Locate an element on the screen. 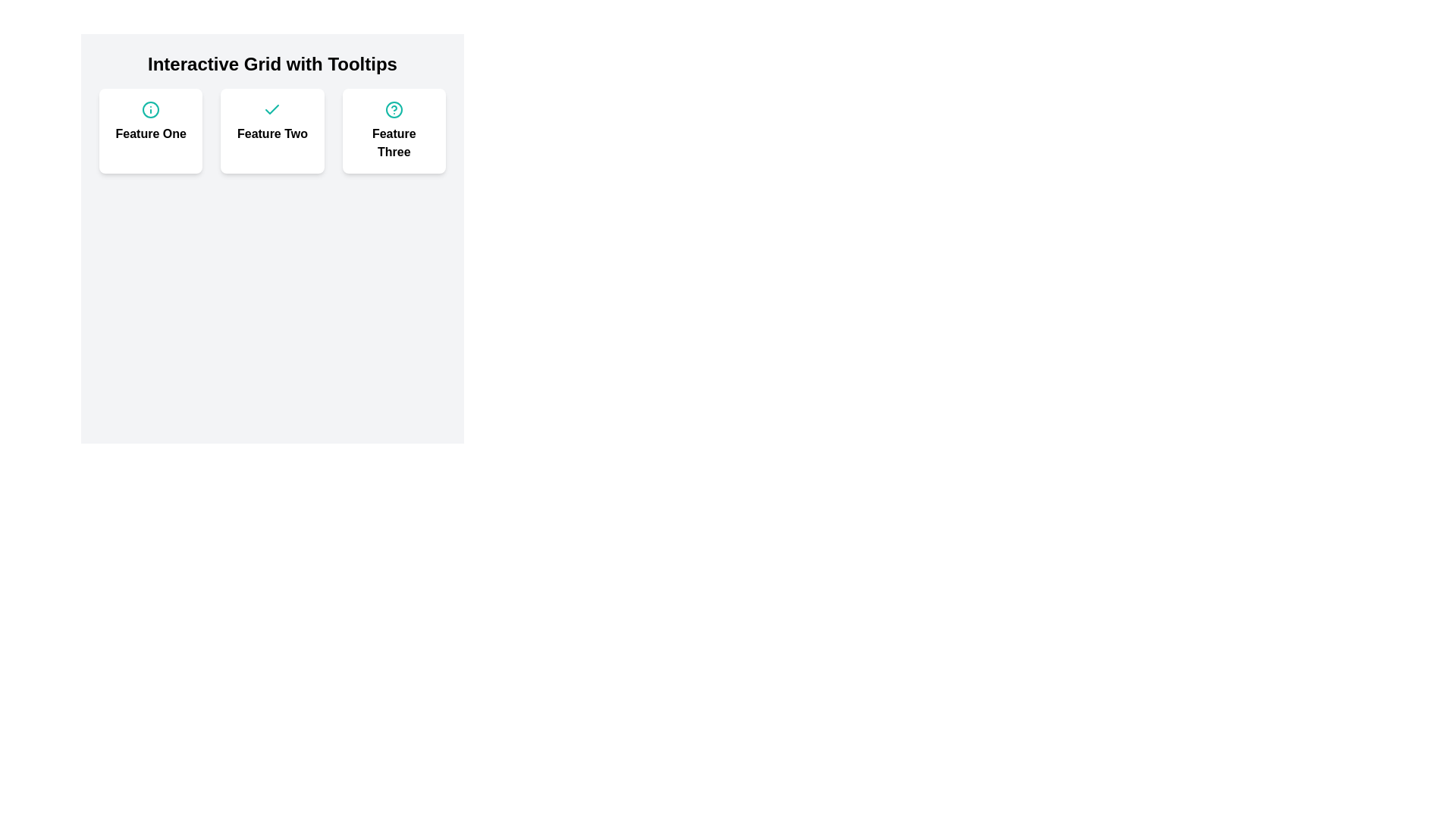 This screenshot has width=1456, height=819. the Text Label that represents the title for the third feature, located in the center area below the icon within the third card is located at coordinates (394, 143).